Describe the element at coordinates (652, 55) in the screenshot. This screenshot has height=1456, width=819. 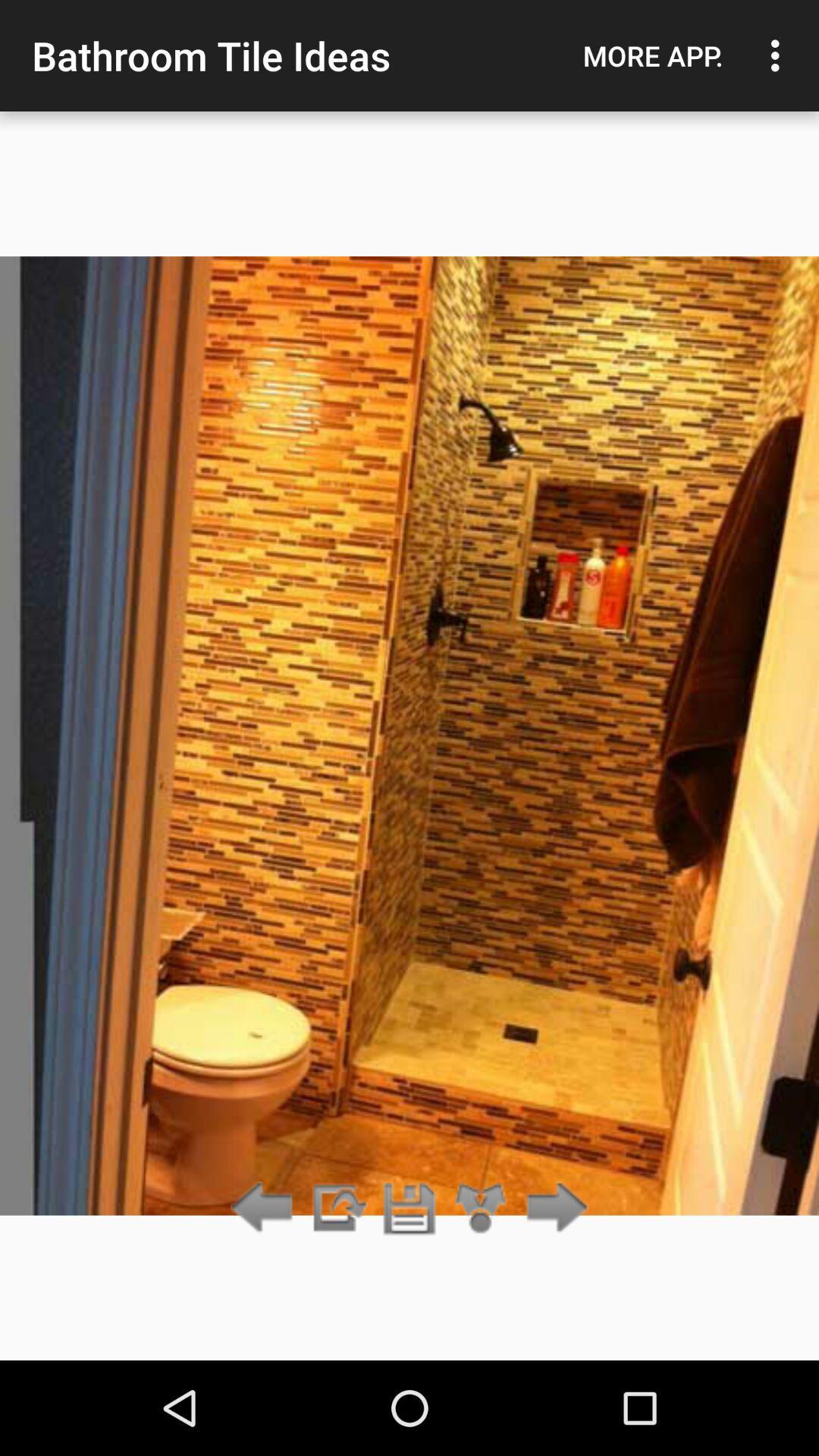
I see `icon to the right of the bathroom tile ideas app` at that location.